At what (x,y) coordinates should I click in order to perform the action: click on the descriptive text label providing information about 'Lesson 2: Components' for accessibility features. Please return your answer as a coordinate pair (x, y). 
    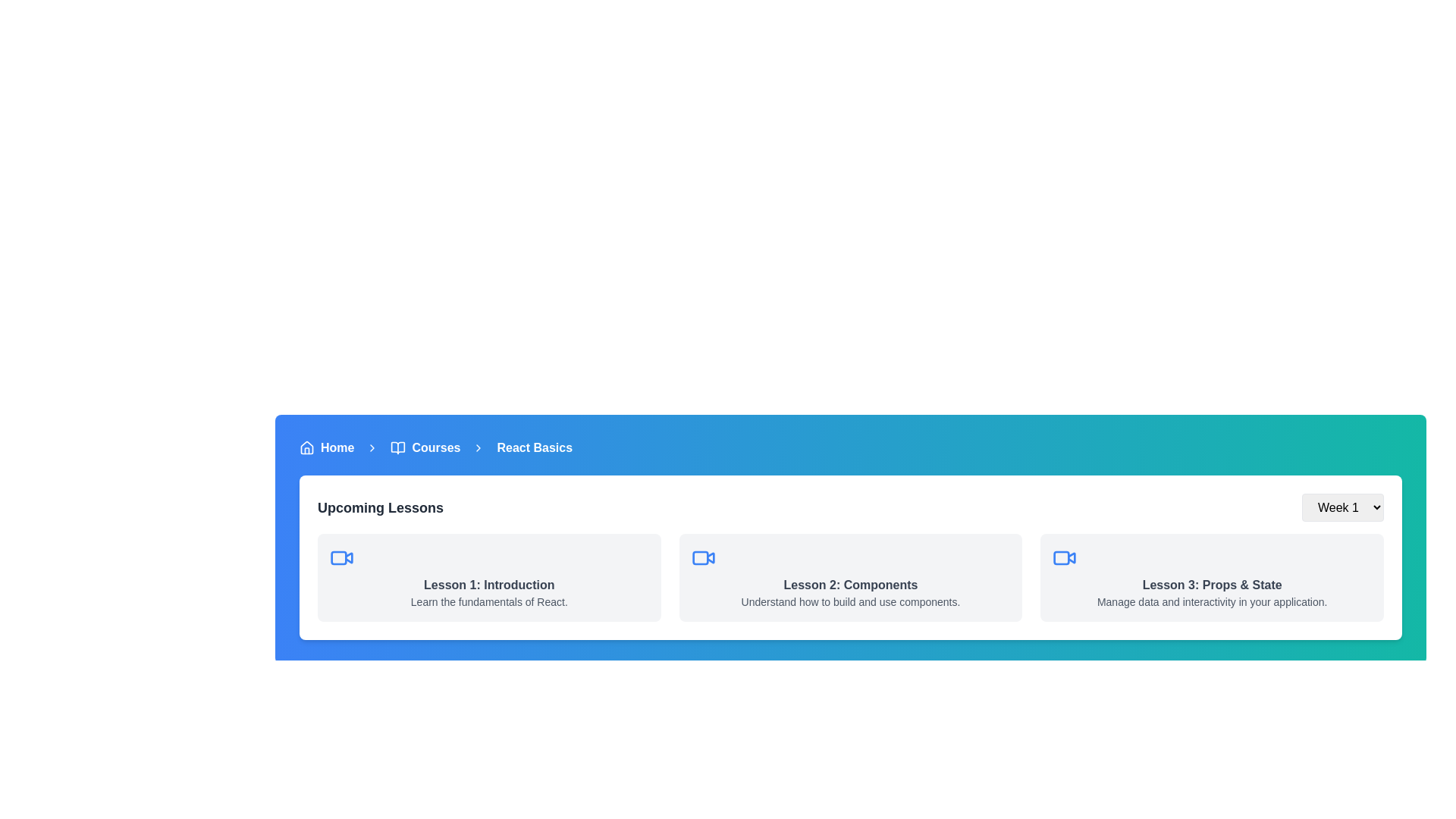
    Looking at the image, I should click on (851, 601).